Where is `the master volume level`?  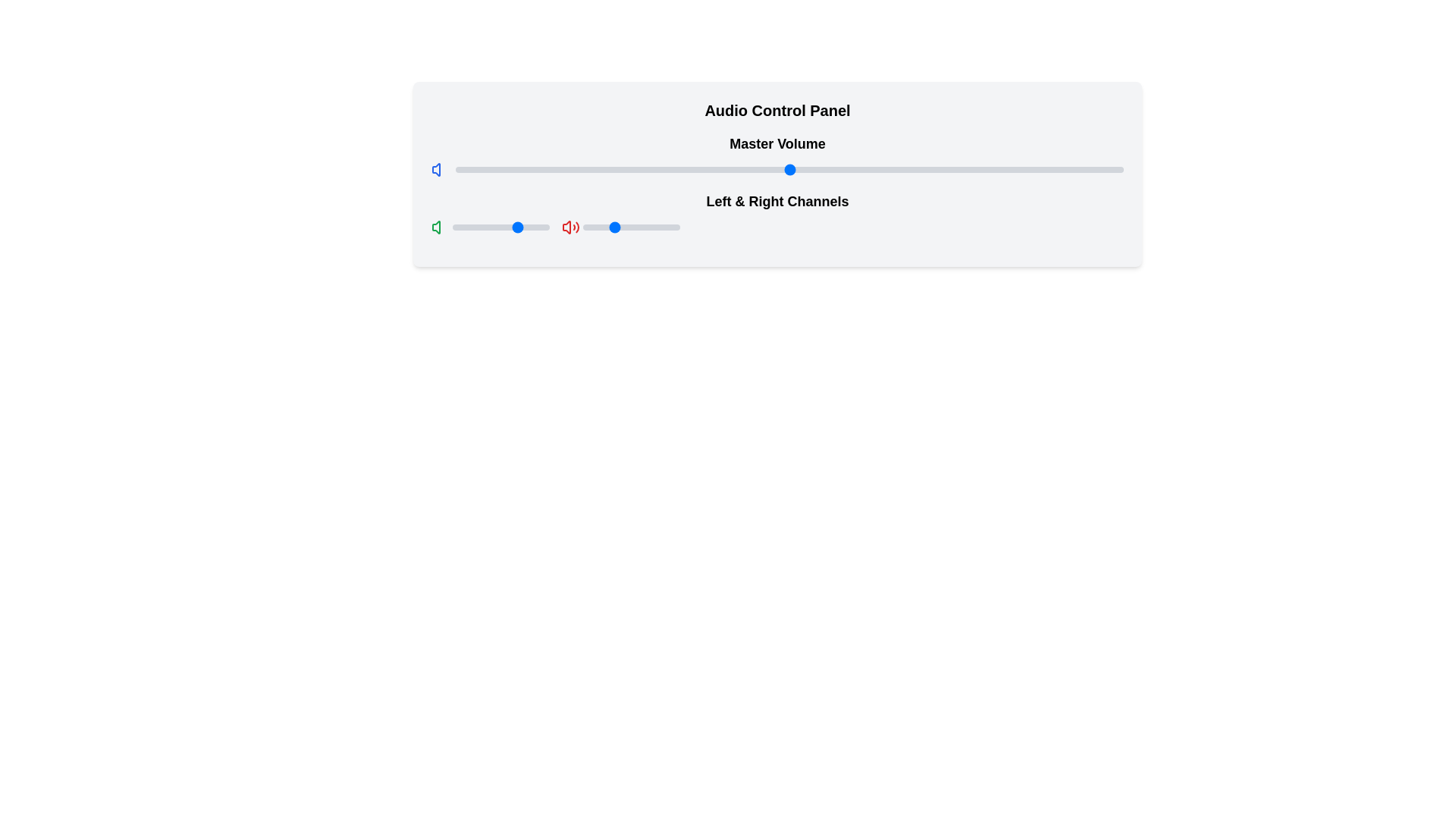 the master volume level is located at coordinates (722, 169).